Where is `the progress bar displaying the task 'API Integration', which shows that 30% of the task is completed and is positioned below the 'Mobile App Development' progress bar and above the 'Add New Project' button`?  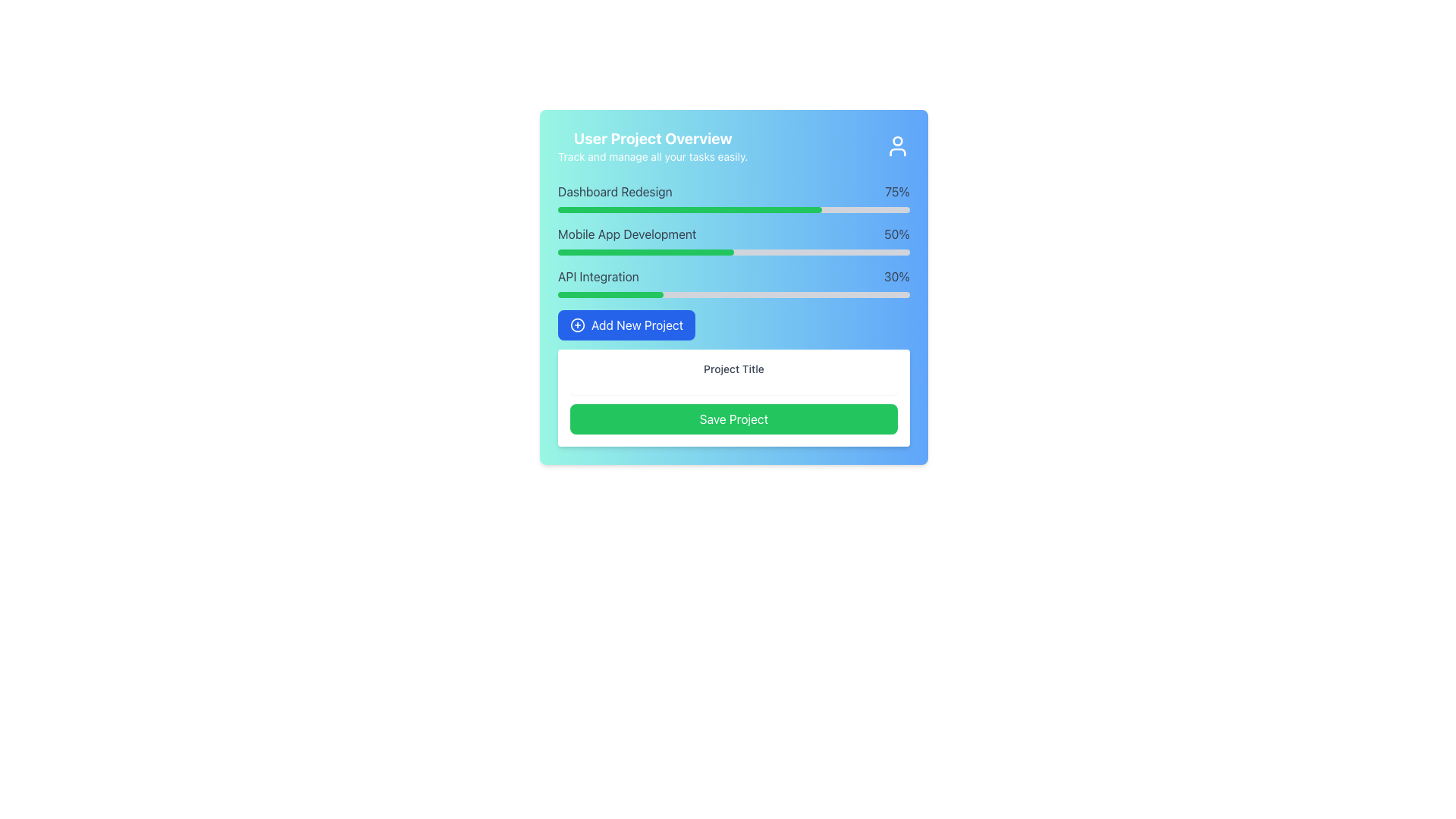 the progress bar displaying the task 'API Integration', which shows that 30% of the task is completed and is positioned below the 'Mobile App Development' progress bar and above the 'Add New Project' button is located at coordinates (734, 283).